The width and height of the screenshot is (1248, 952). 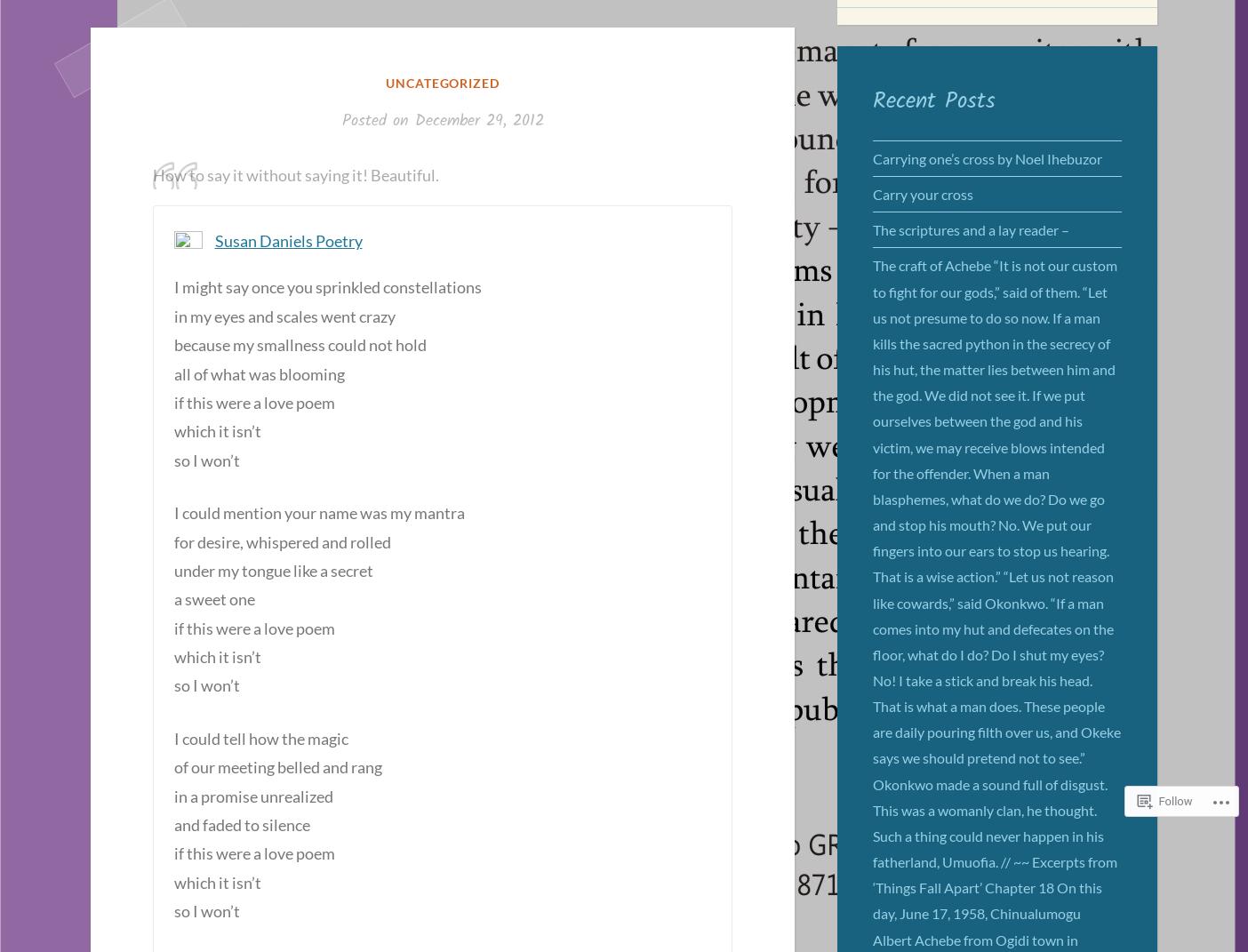 I want to click on 'and faded to silence', so click(x=242, y=824).